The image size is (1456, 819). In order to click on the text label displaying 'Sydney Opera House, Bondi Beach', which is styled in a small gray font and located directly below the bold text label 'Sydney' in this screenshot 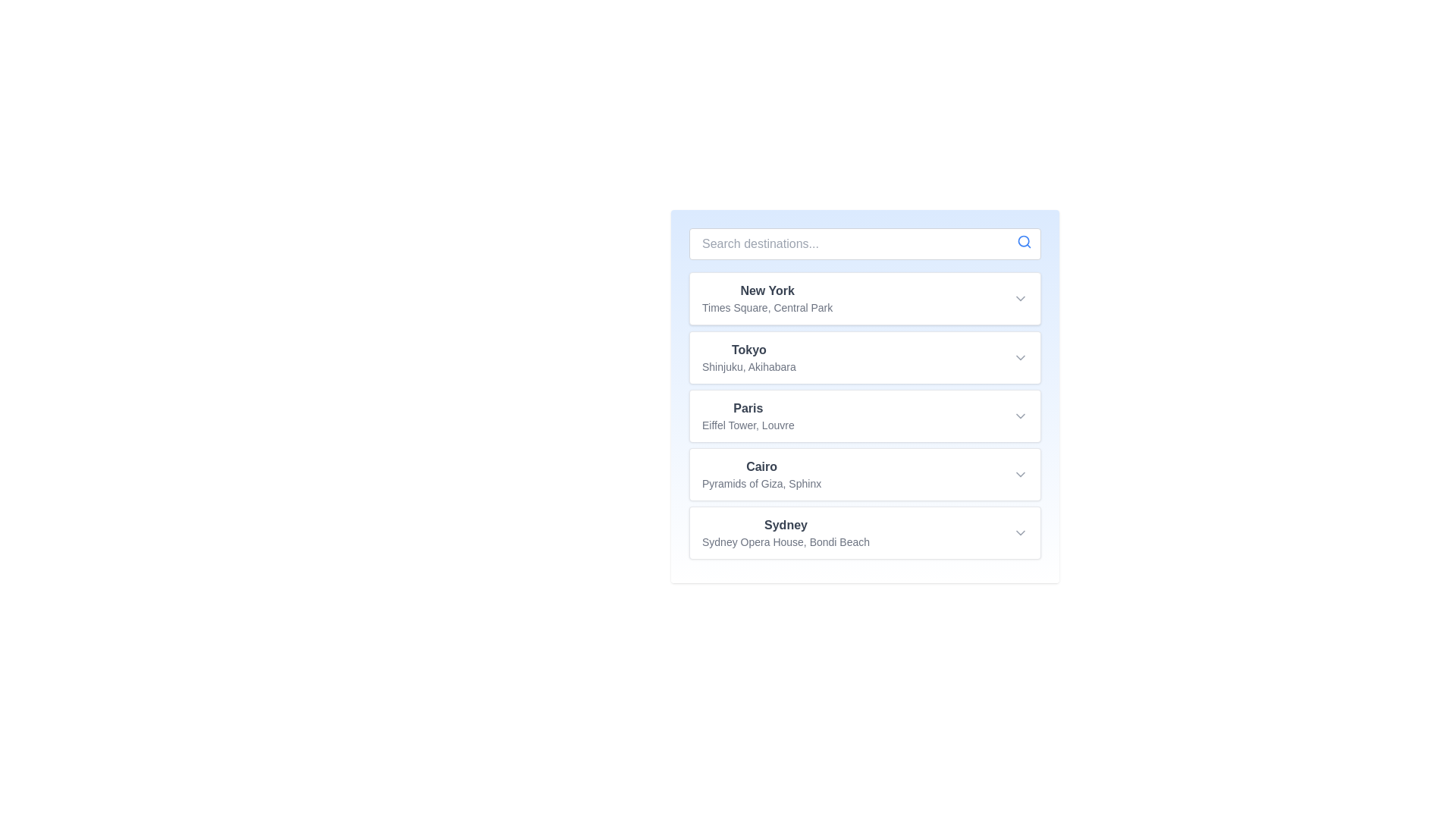, I will do `click(786, 541)`.